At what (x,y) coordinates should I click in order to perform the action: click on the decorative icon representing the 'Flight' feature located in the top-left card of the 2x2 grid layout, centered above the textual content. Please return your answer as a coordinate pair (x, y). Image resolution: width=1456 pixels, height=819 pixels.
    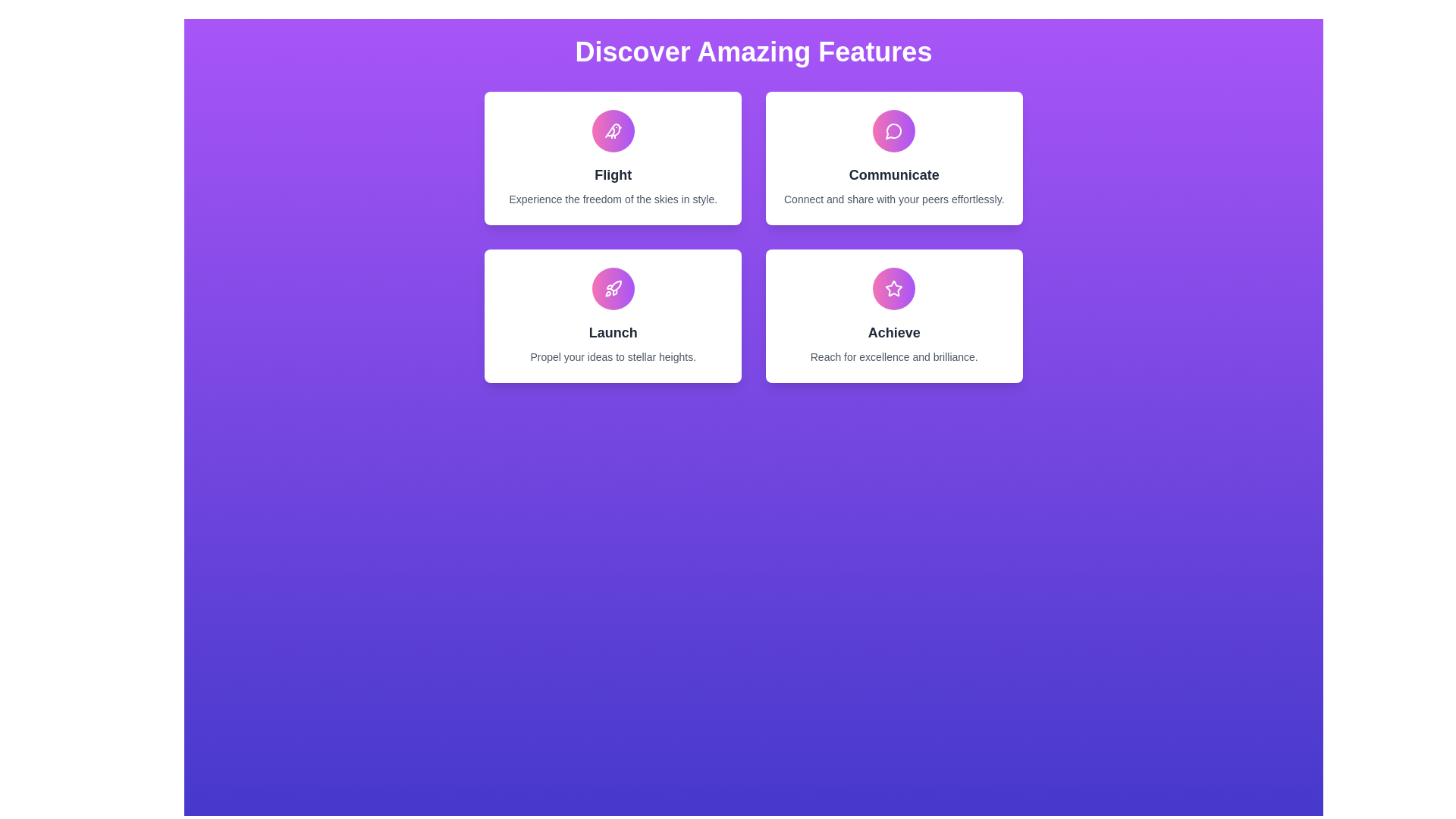
    Looking at the image, I should click on (612, 130).